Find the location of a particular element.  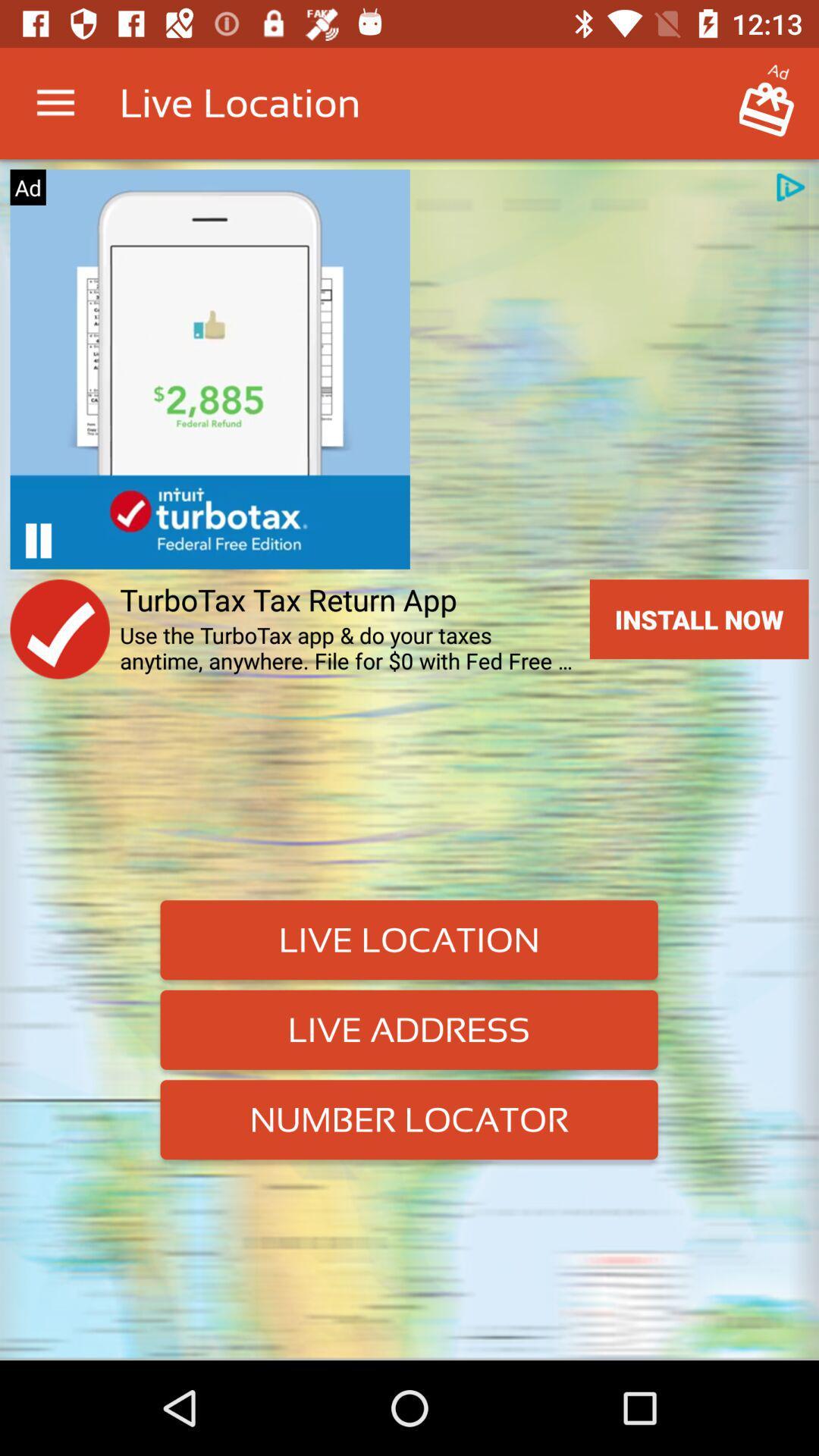

play is located at coordinates (37, 541).